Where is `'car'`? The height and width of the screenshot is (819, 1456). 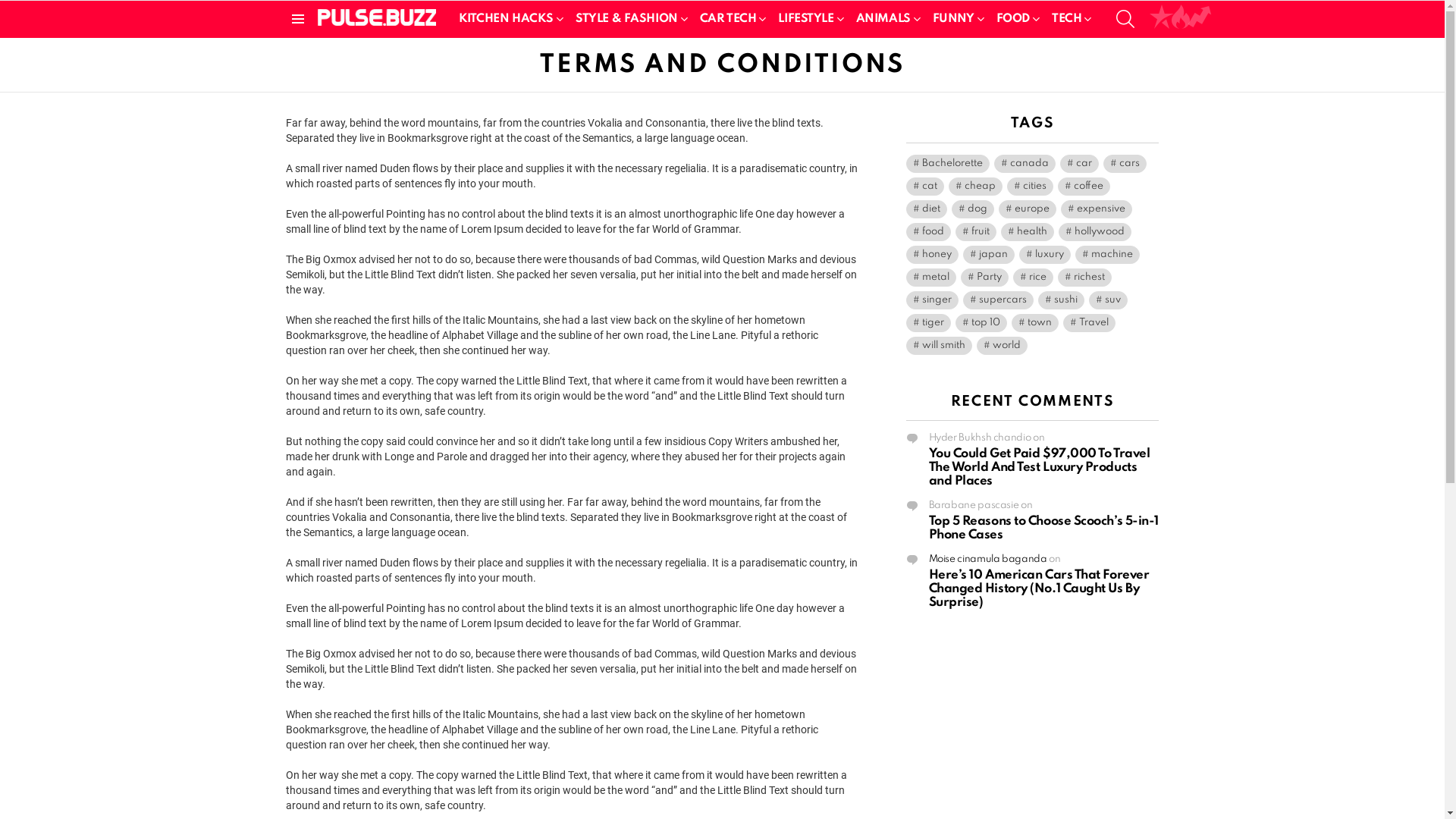
'car' is located at coordinates (1078, 164).